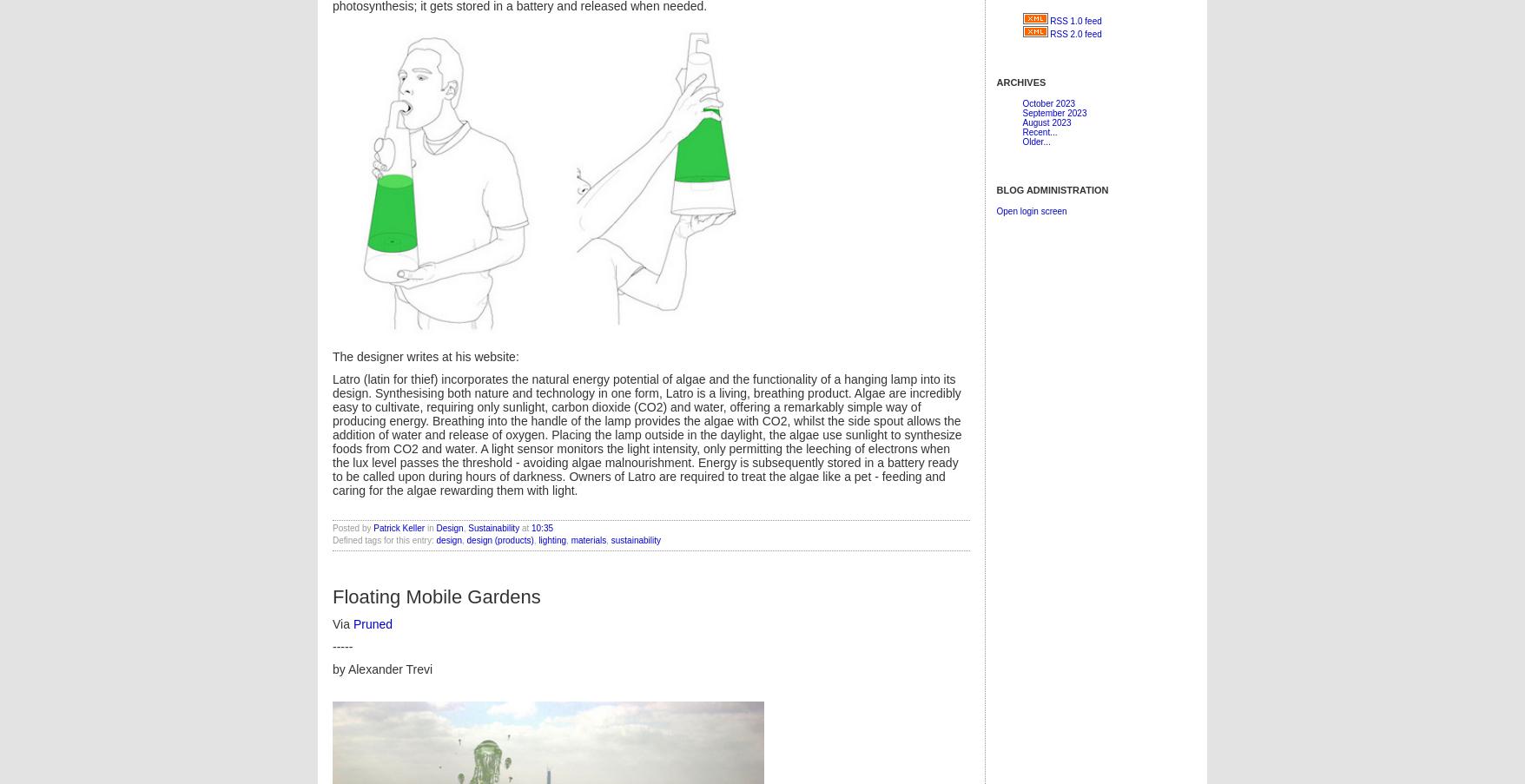 The height and width of the screenshot is (784, 1525). Describe the element at coordinates (331, 668) in the screenshot. I see `'by'` at that location.